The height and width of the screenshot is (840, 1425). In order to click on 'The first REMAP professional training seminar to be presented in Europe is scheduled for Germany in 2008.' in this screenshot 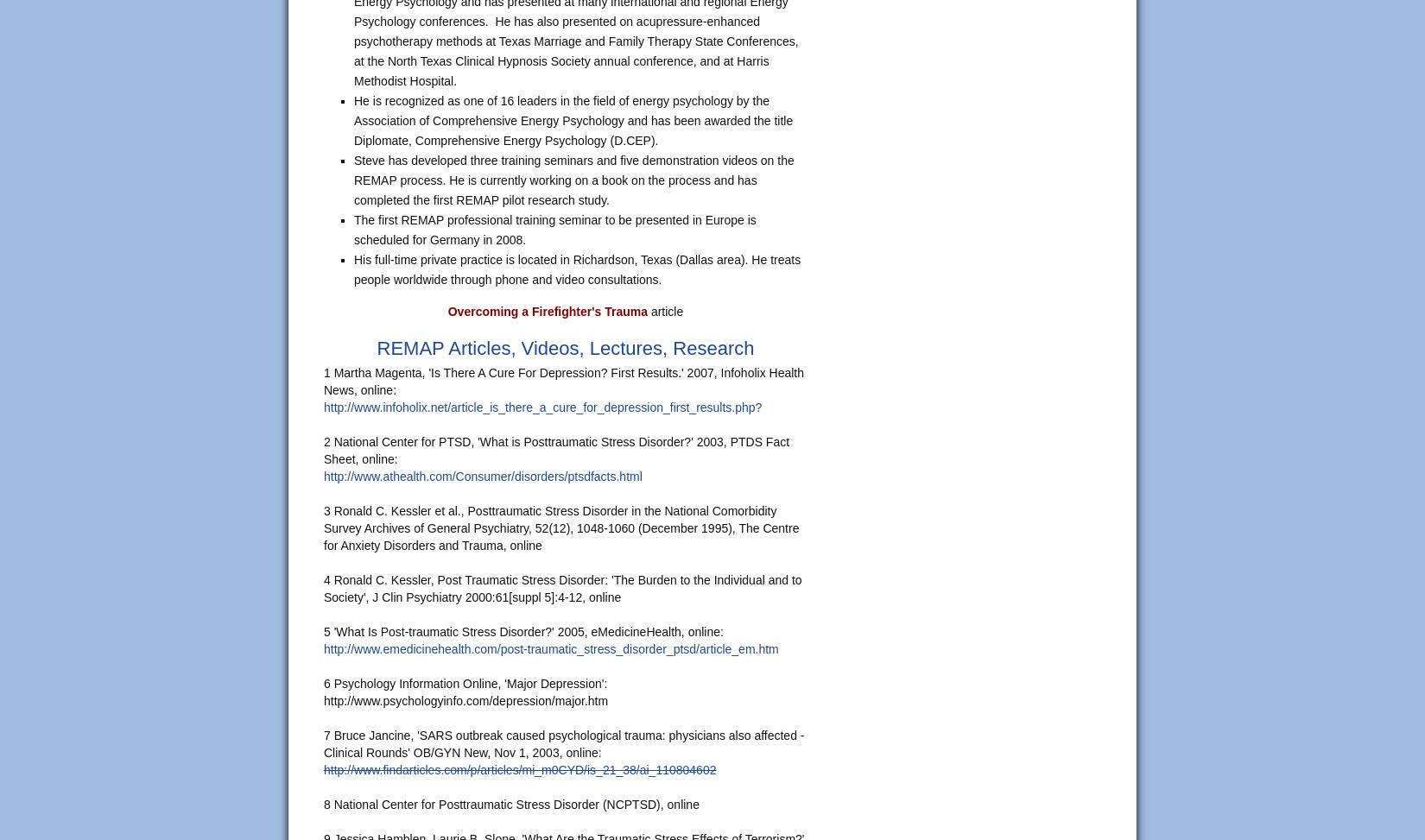, I will do `click(554, 229)`.